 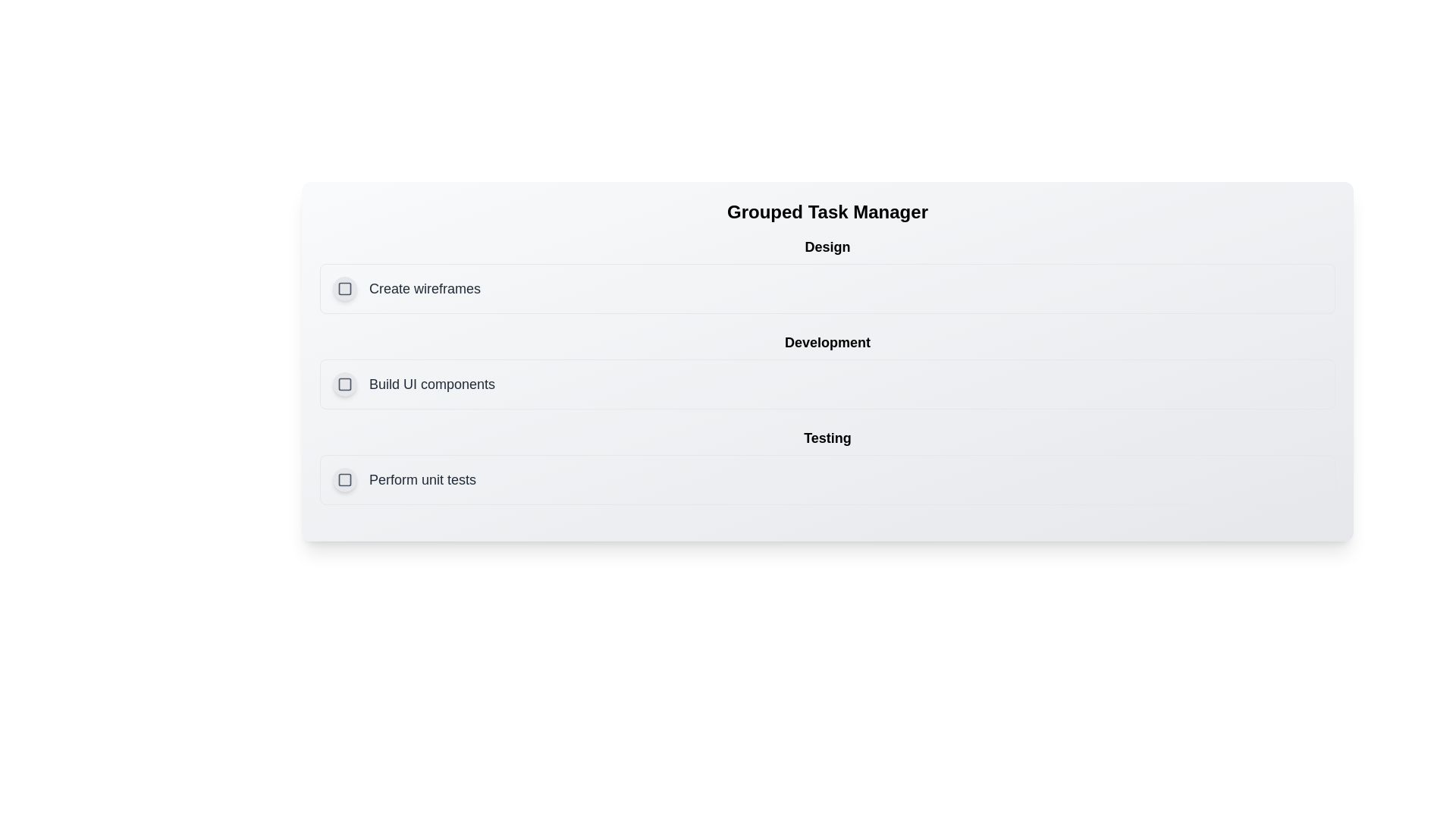 What do you see at coordinates (344, 383) in the screenshot?
I see `the small, circular button with a light gray background and a dark gray square icon` at bounding box center [344, 383].